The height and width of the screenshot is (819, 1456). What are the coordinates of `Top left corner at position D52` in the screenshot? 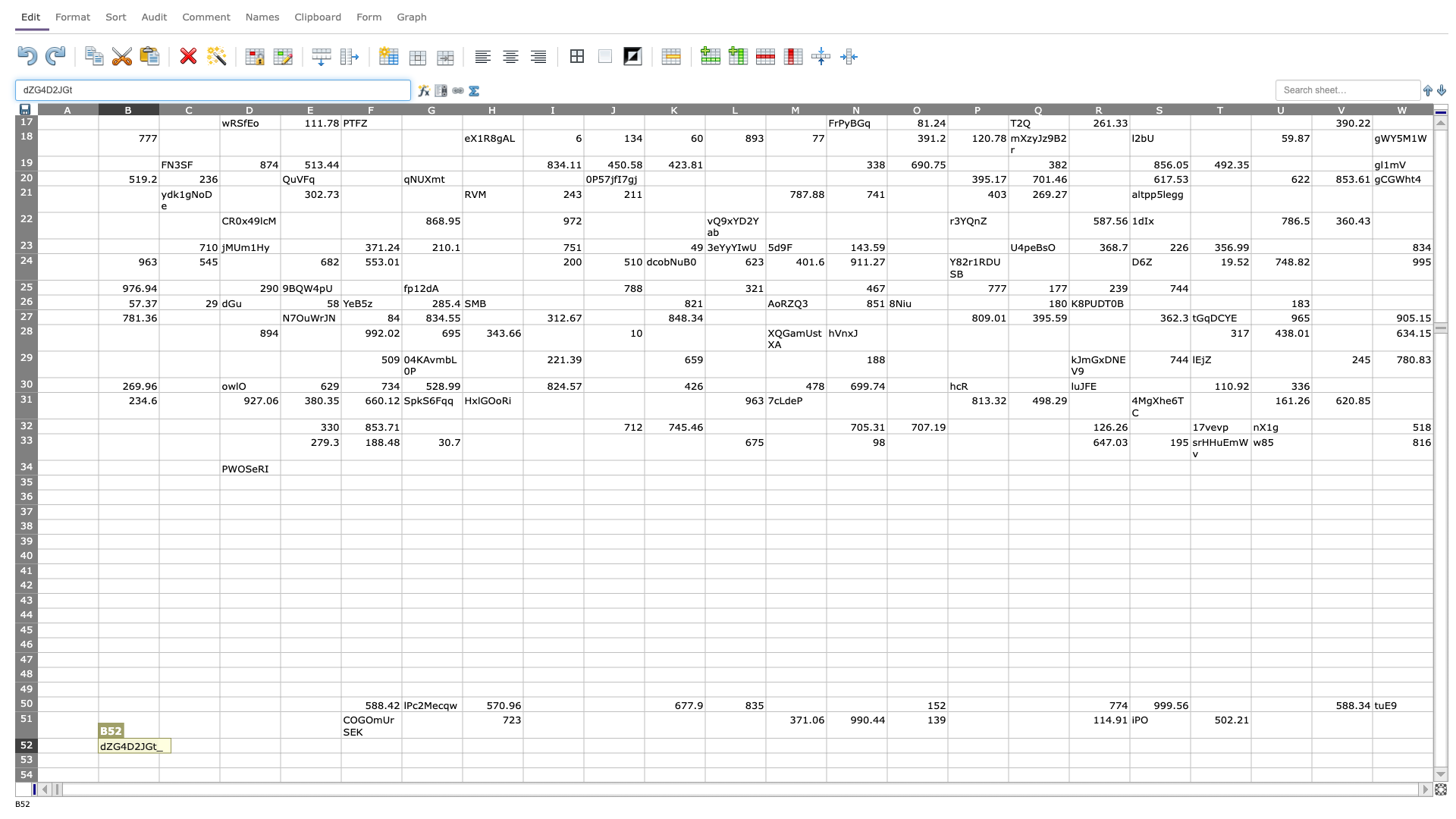 It's located at (218, 737).